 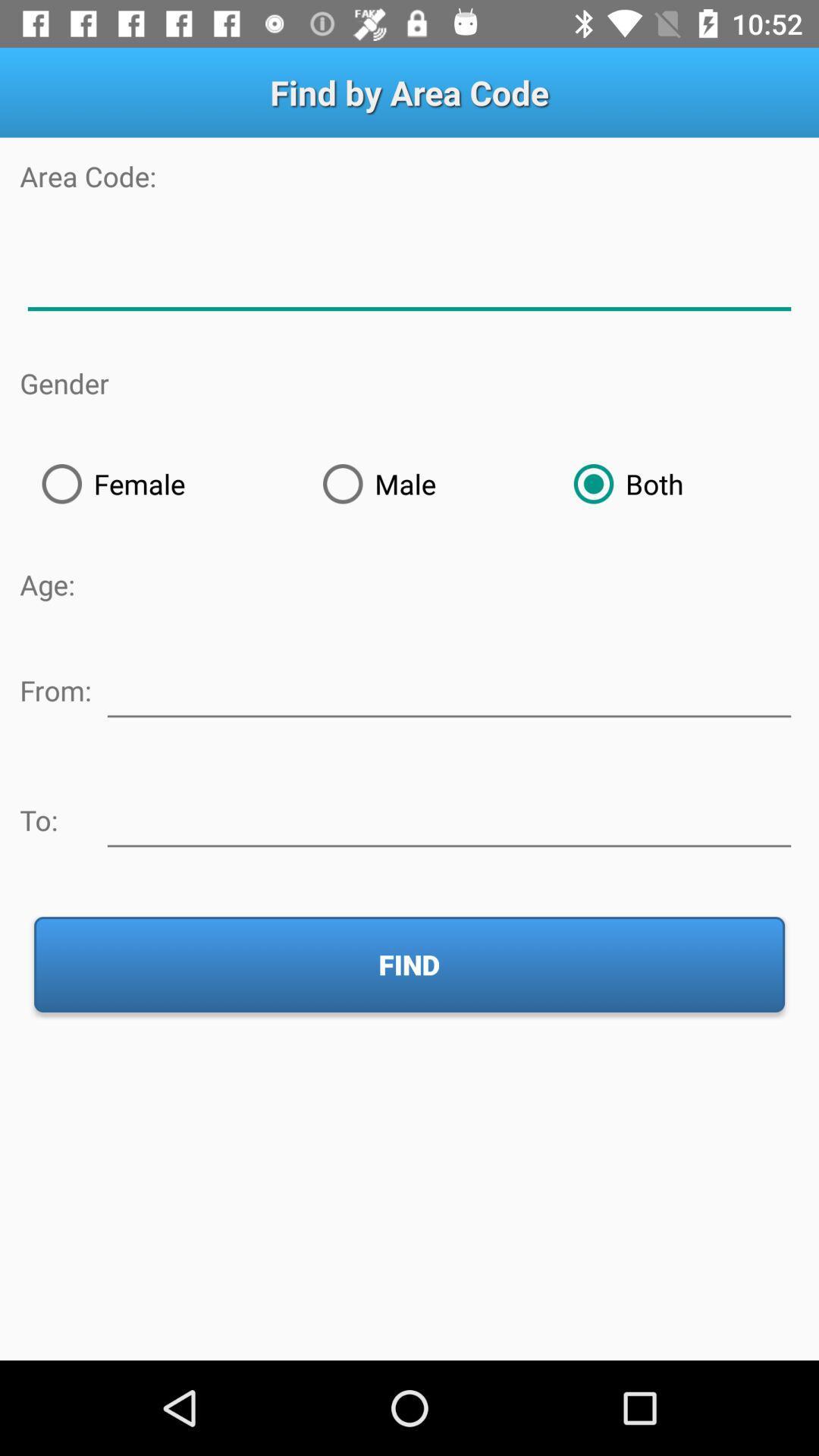 I want to click on radio button to the left of the male item, so click(x=160, y=483).